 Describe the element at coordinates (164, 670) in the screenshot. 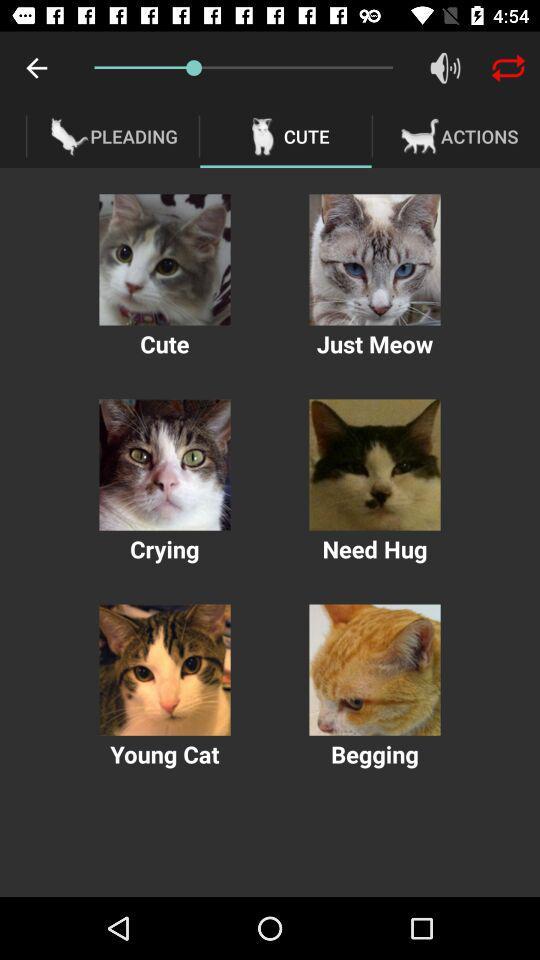

I see `this cat` at that location.